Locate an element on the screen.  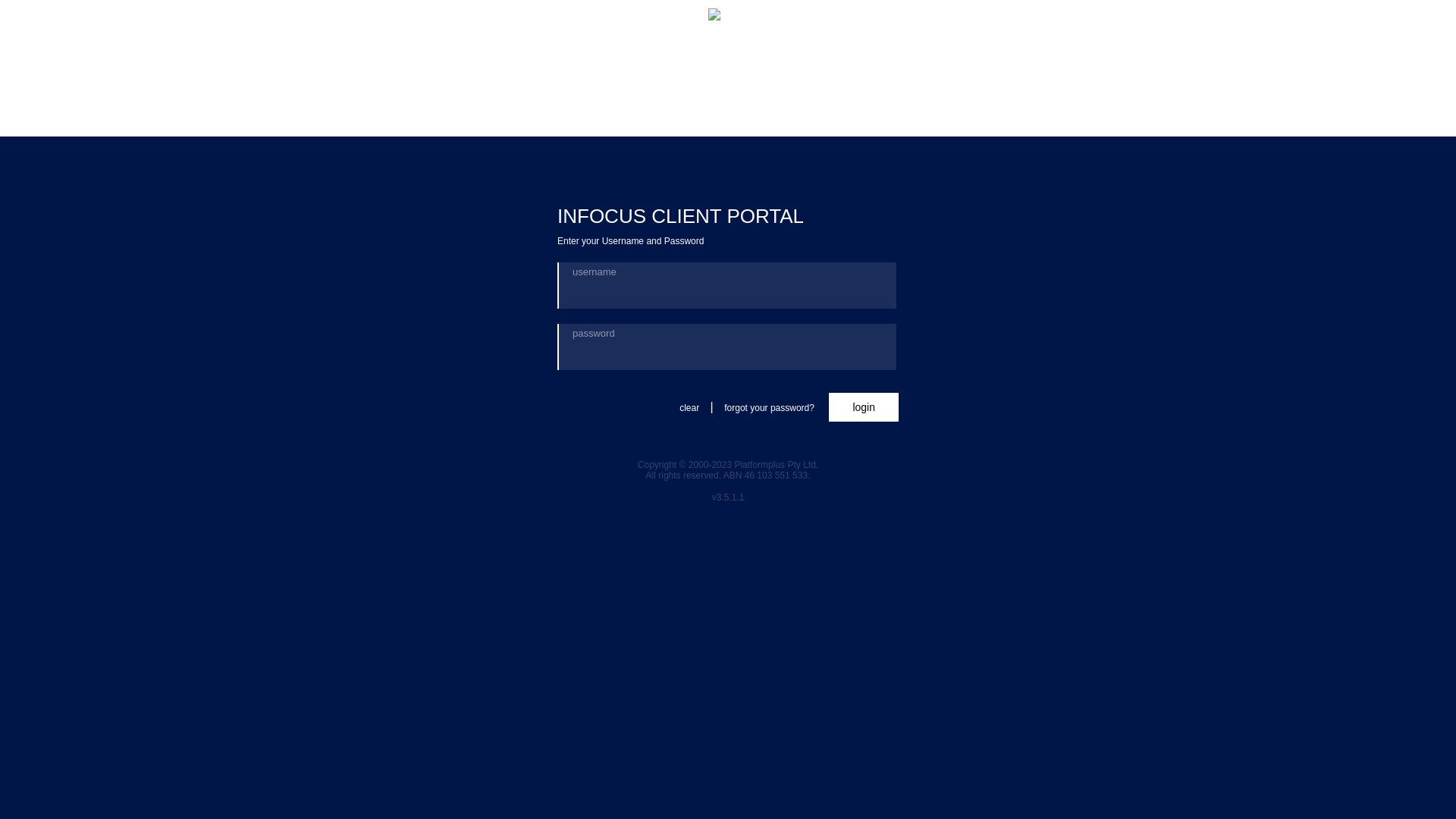
'forgot your password?' is located at coordinates (769, 407).